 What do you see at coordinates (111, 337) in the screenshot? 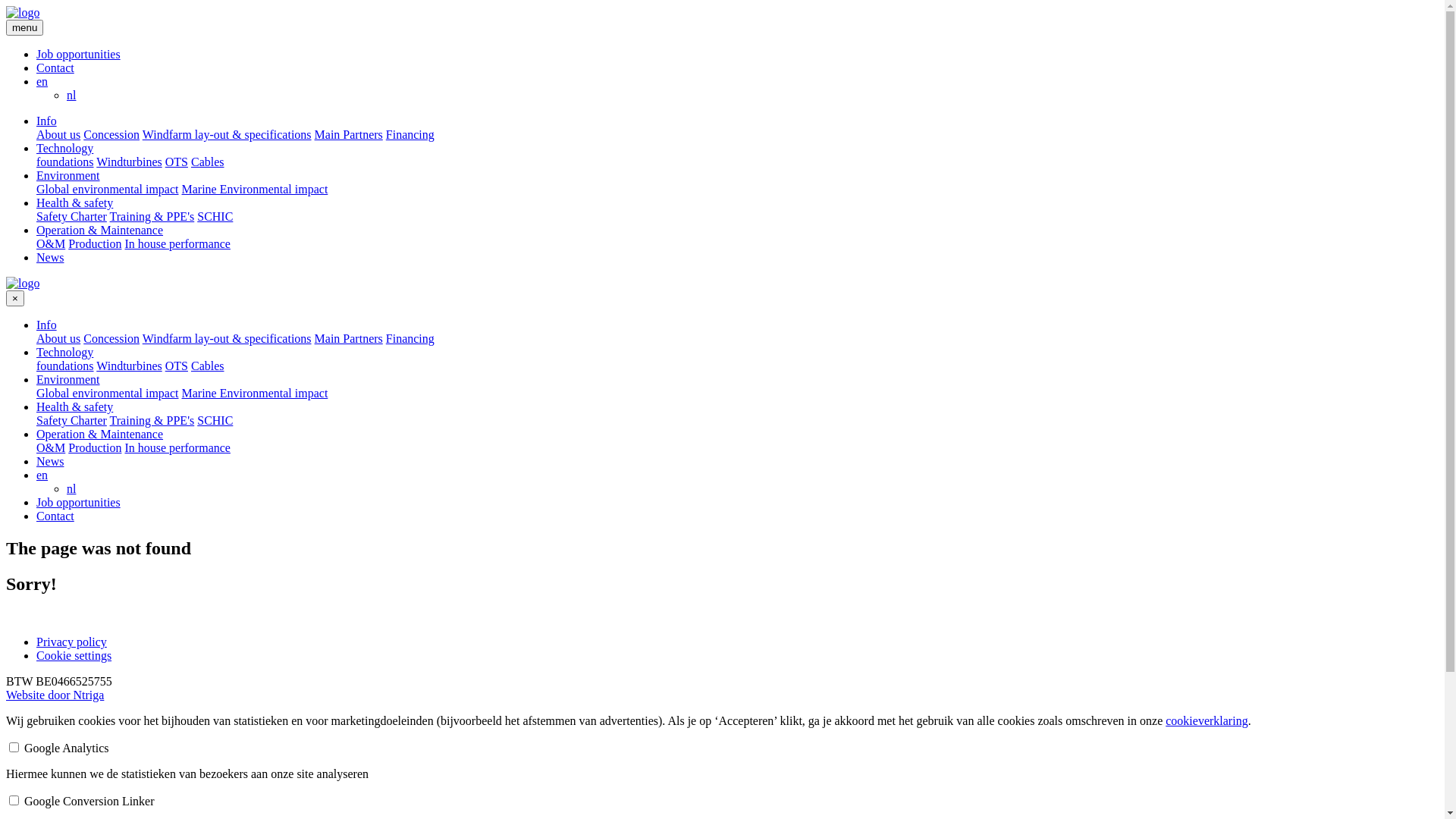
I see `'Concession'` at bounding box center [111, 337].